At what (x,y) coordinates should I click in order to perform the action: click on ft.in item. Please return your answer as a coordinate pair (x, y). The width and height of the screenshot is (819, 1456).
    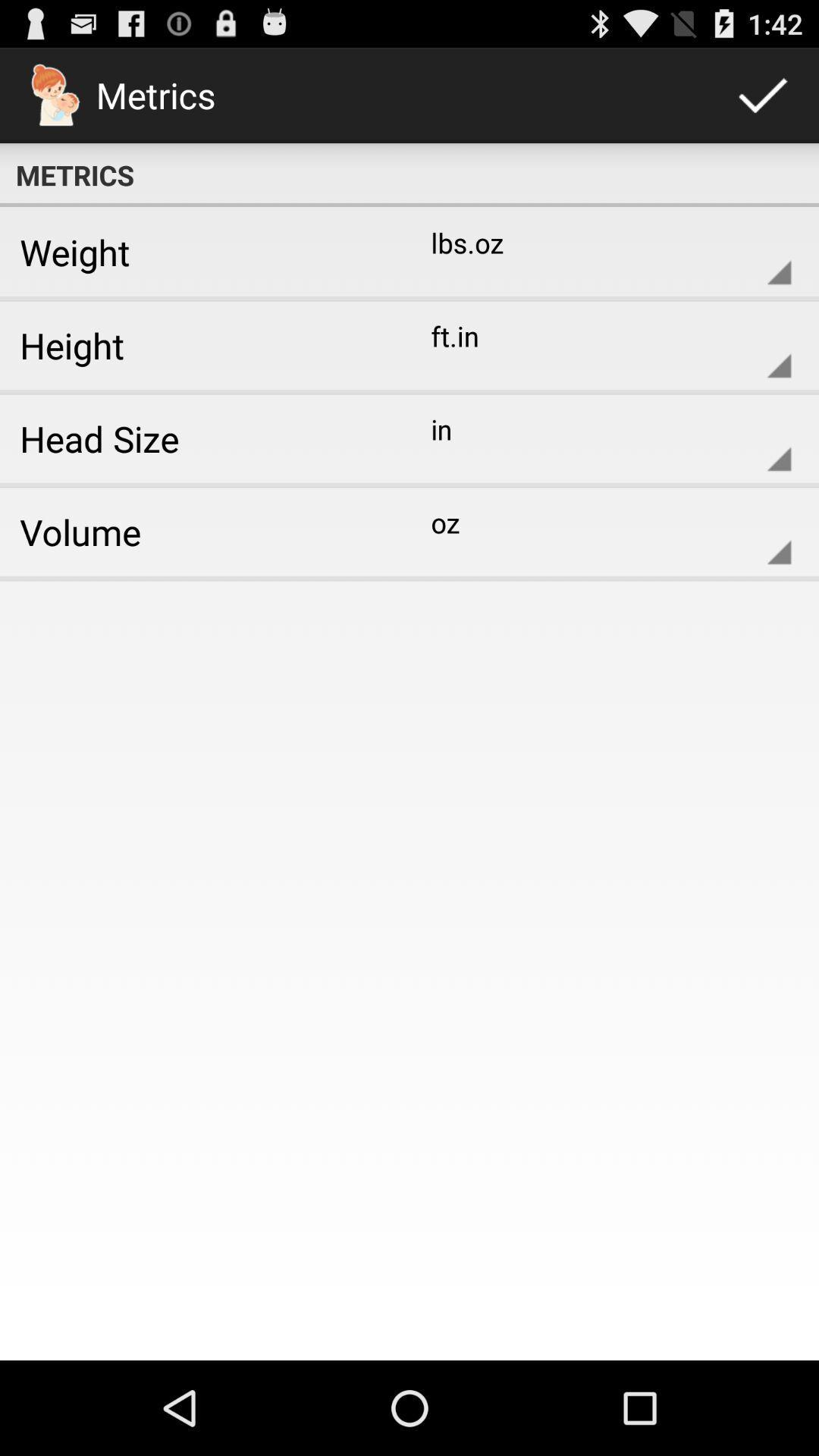
    Looking at the image, I should click on (598, 344).